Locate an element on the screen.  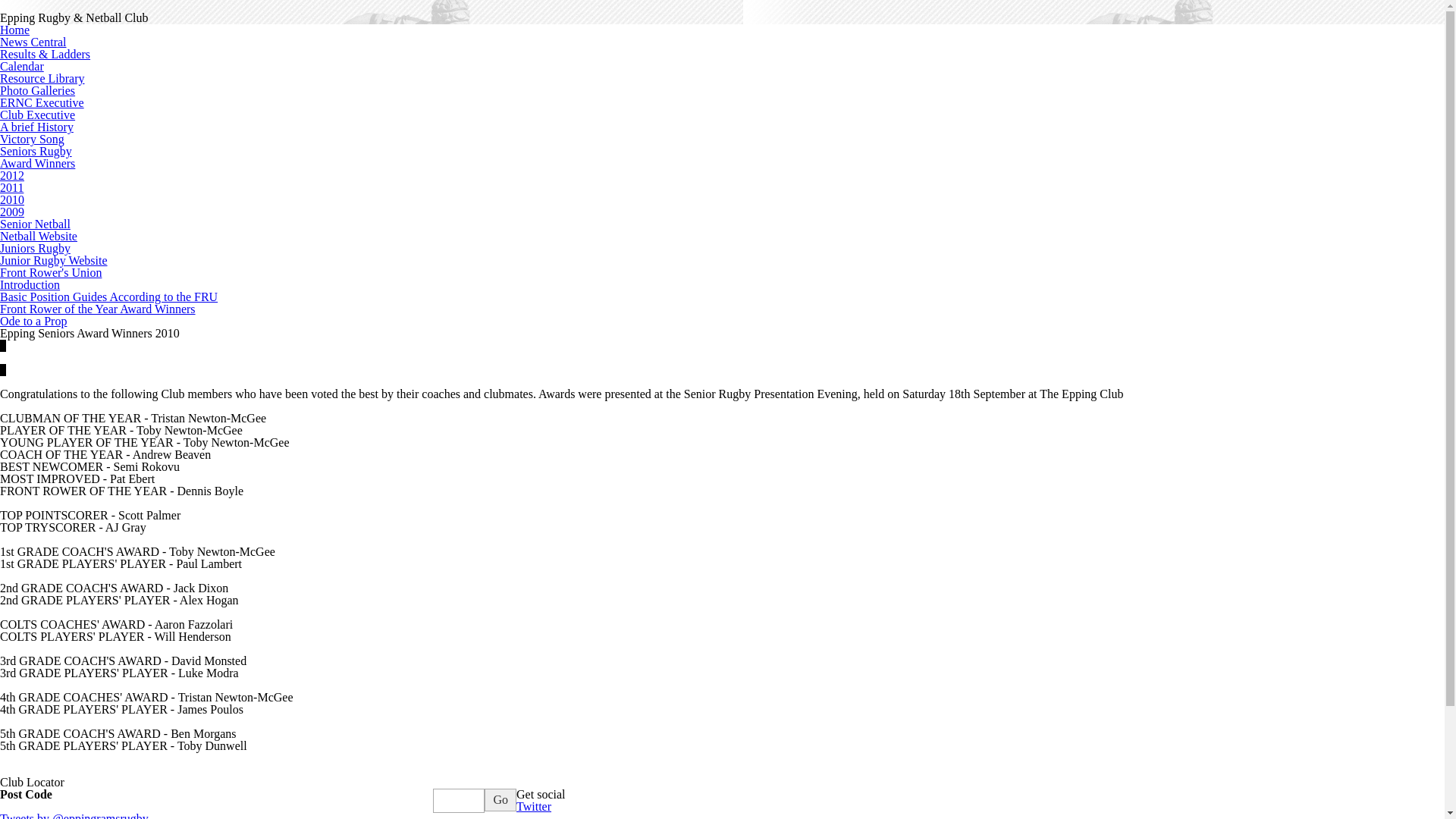
'A brief History' is located at coordinates (0, 126).